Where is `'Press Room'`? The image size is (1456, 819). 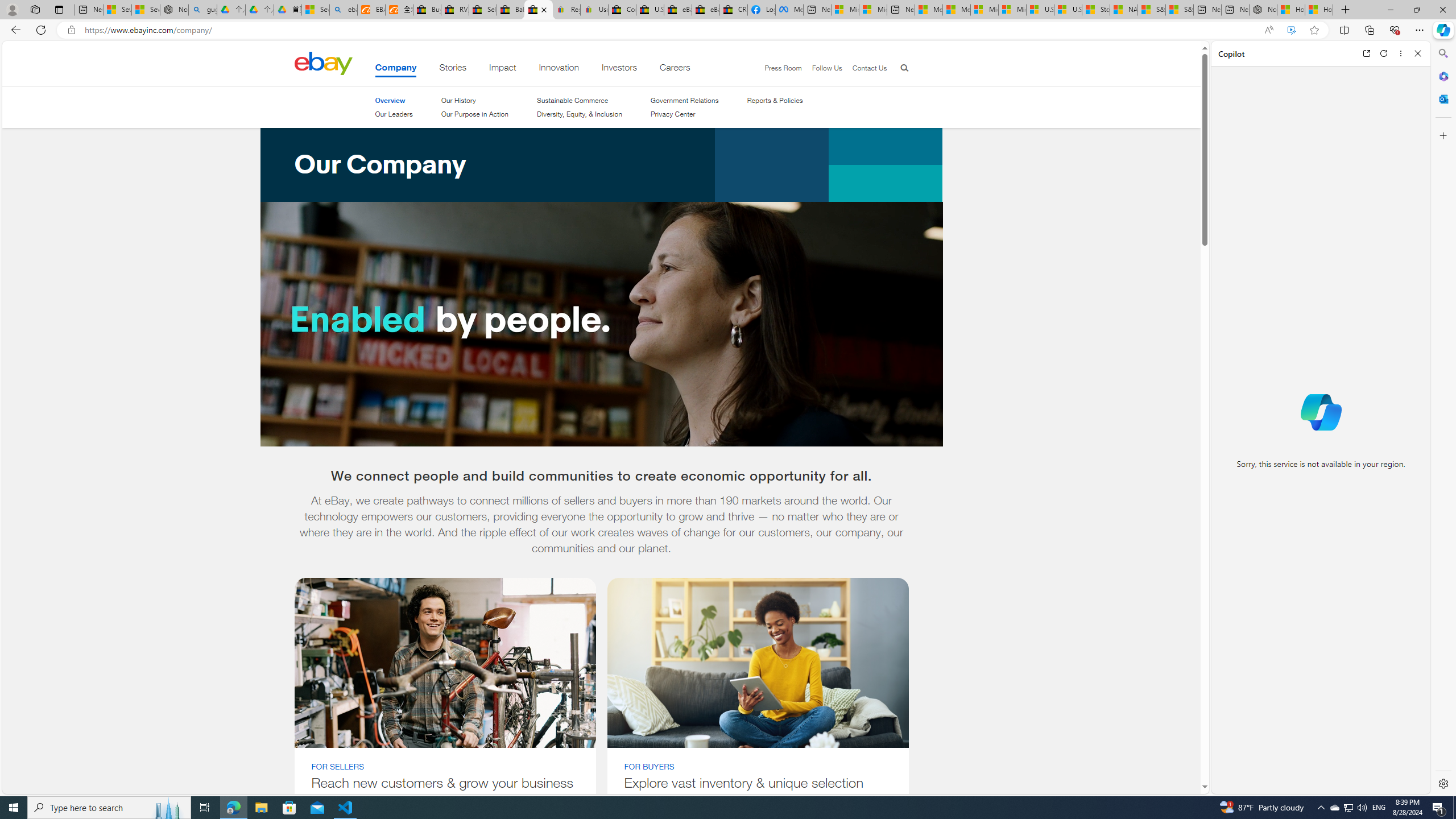
'Press Room' is located at coordinates (777, 68).